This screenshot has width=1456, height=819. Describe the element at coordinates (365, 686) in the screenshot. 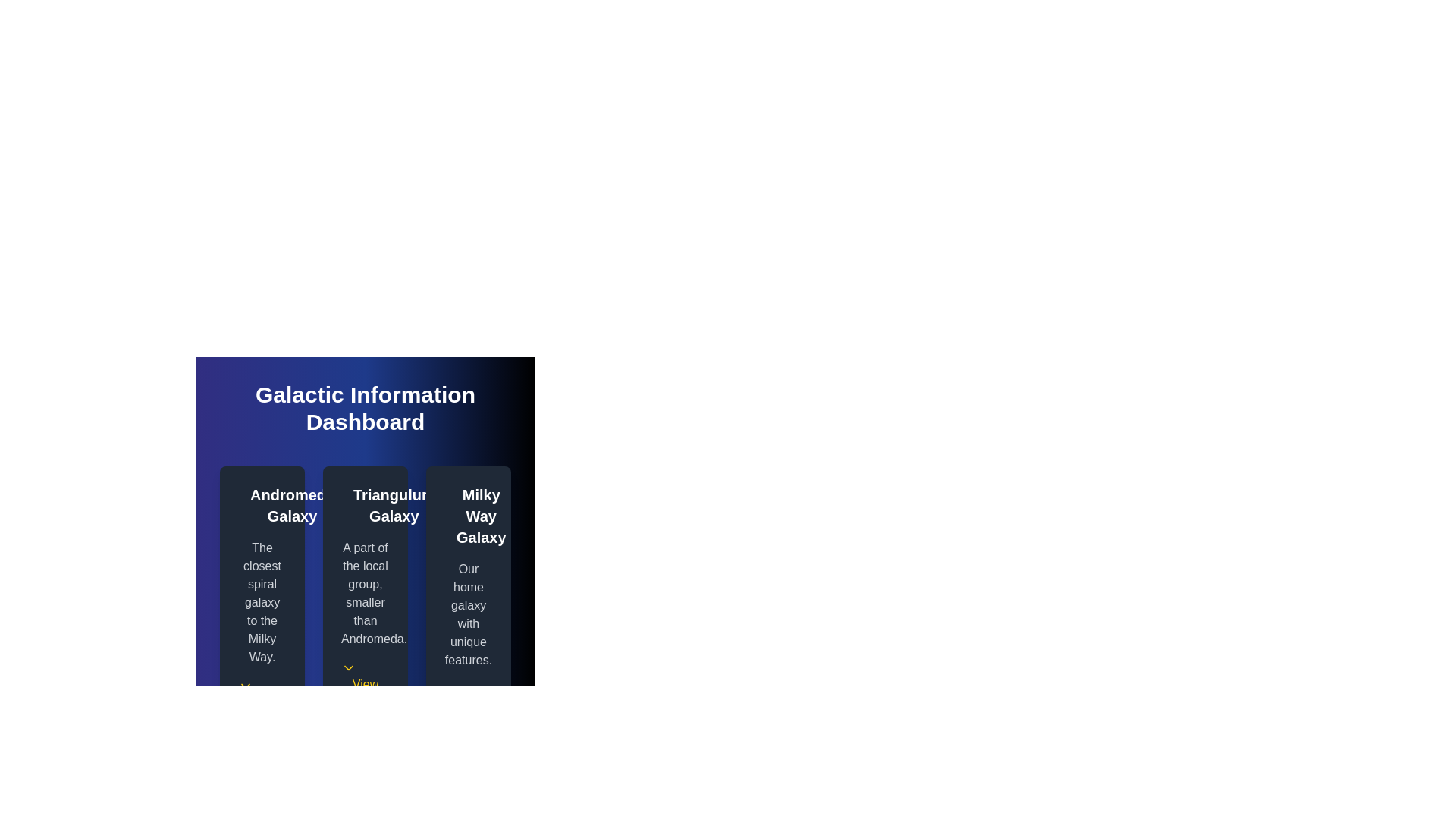

I see `the button at the bottom center of the 'Triangulum Galaxy' card` at that location.